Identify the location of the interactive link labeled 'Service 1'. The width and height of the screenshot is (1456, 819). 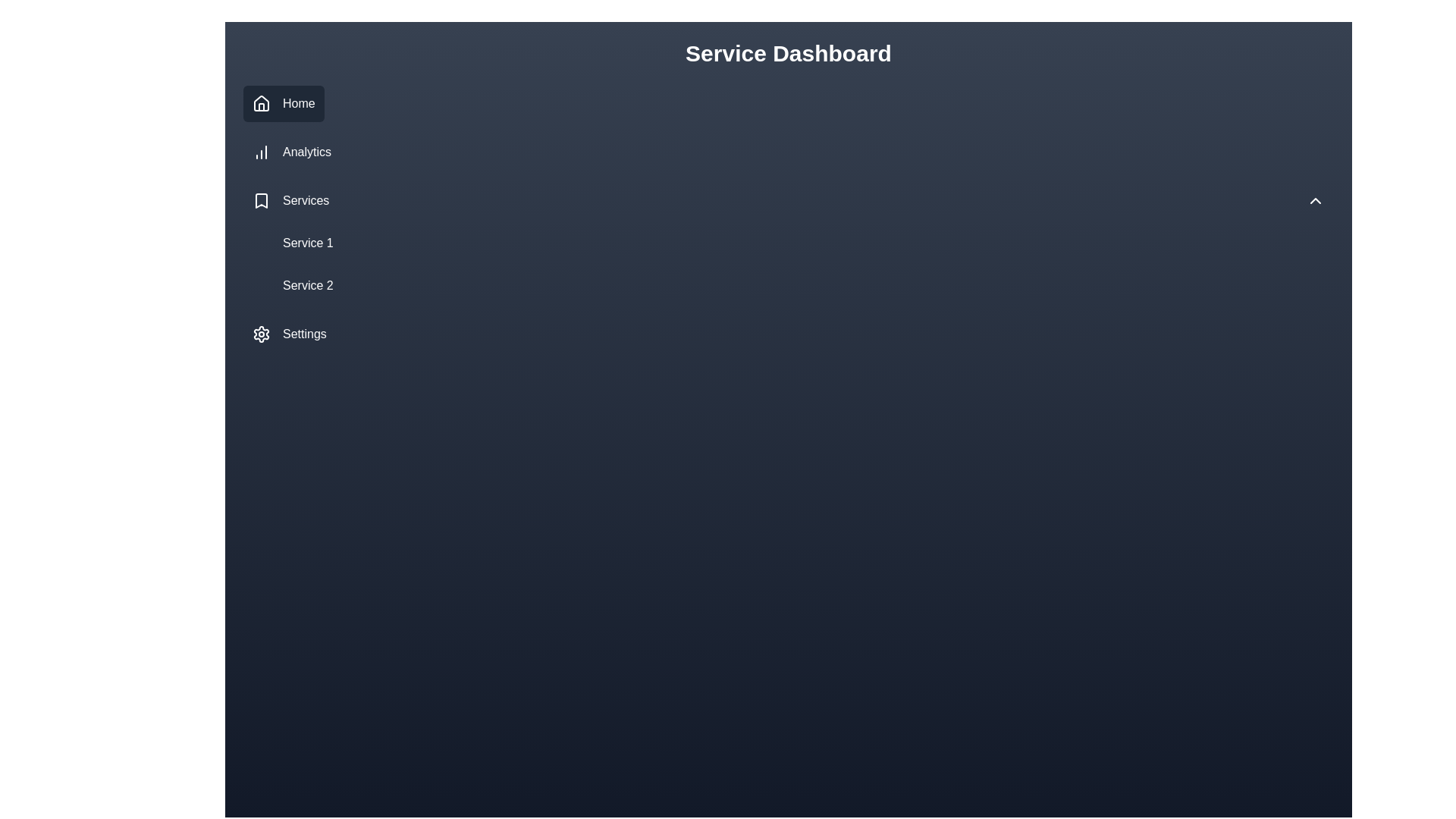
(307, 242).